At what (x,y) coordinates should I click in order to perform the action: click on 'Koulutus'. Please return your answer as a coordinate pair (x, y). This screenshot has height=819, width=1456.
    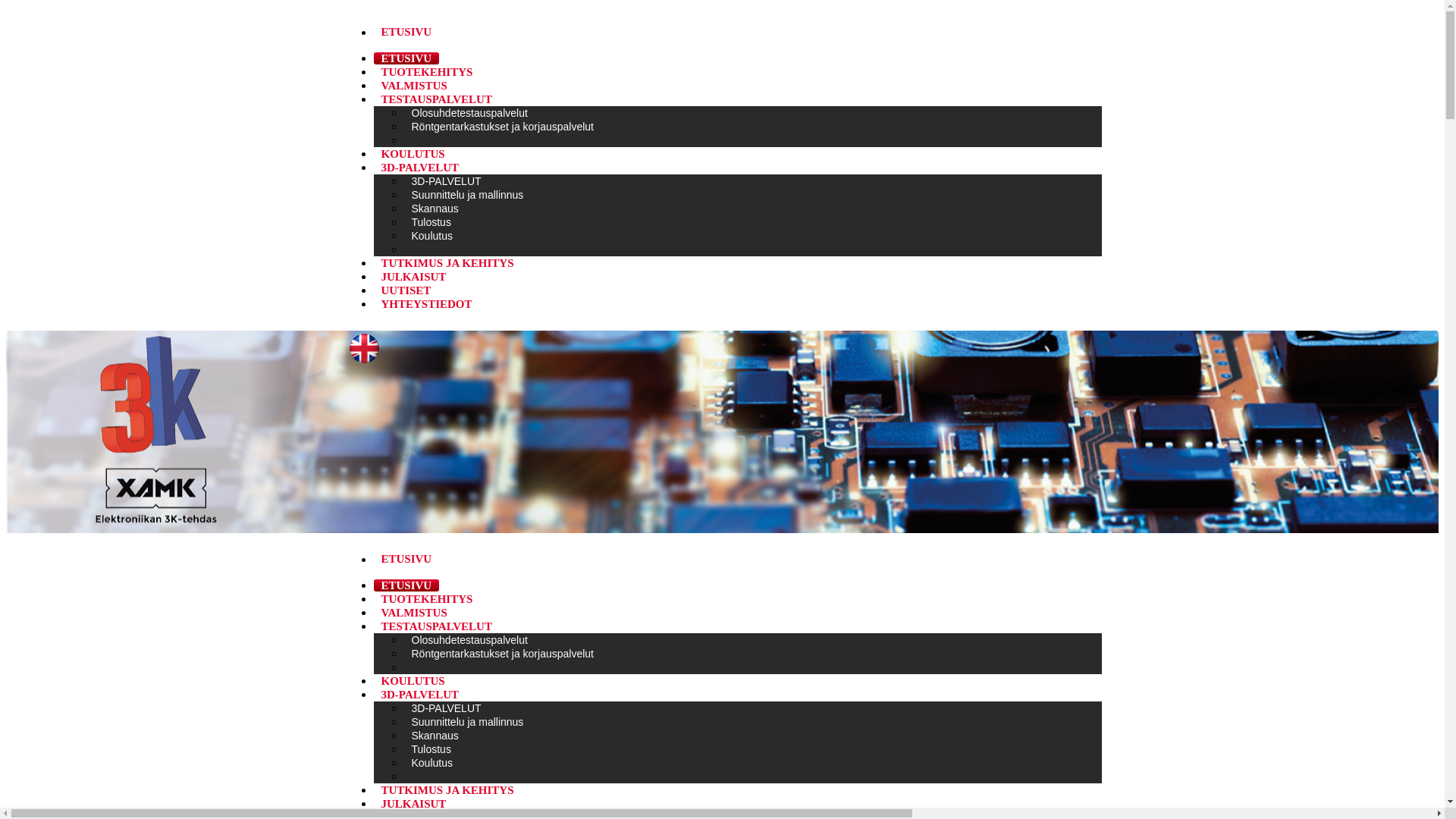
    Looking at the image, I should click on (431, 763).